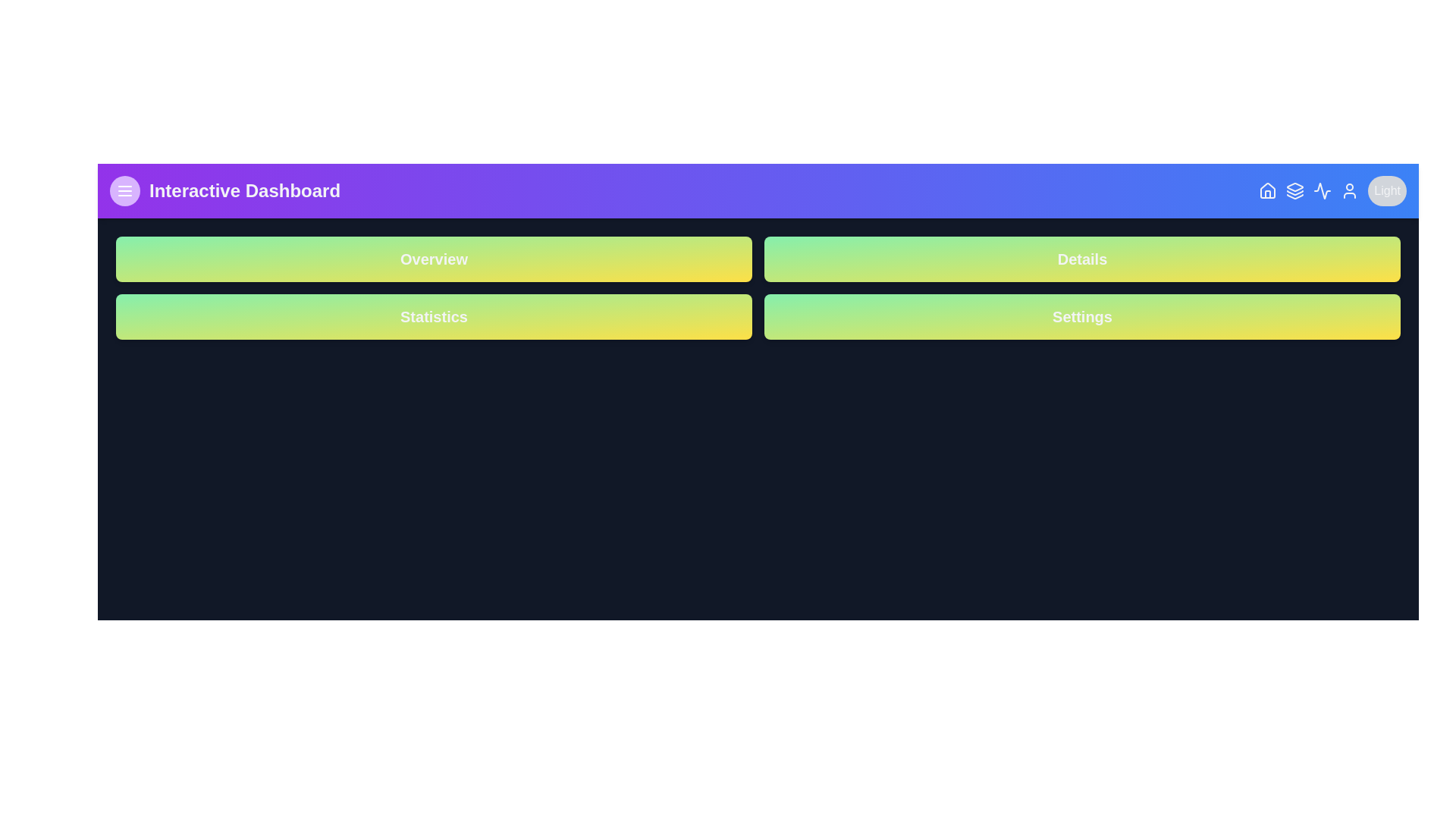  I want to click on the Activity icon in the header, so click(1322, 190).